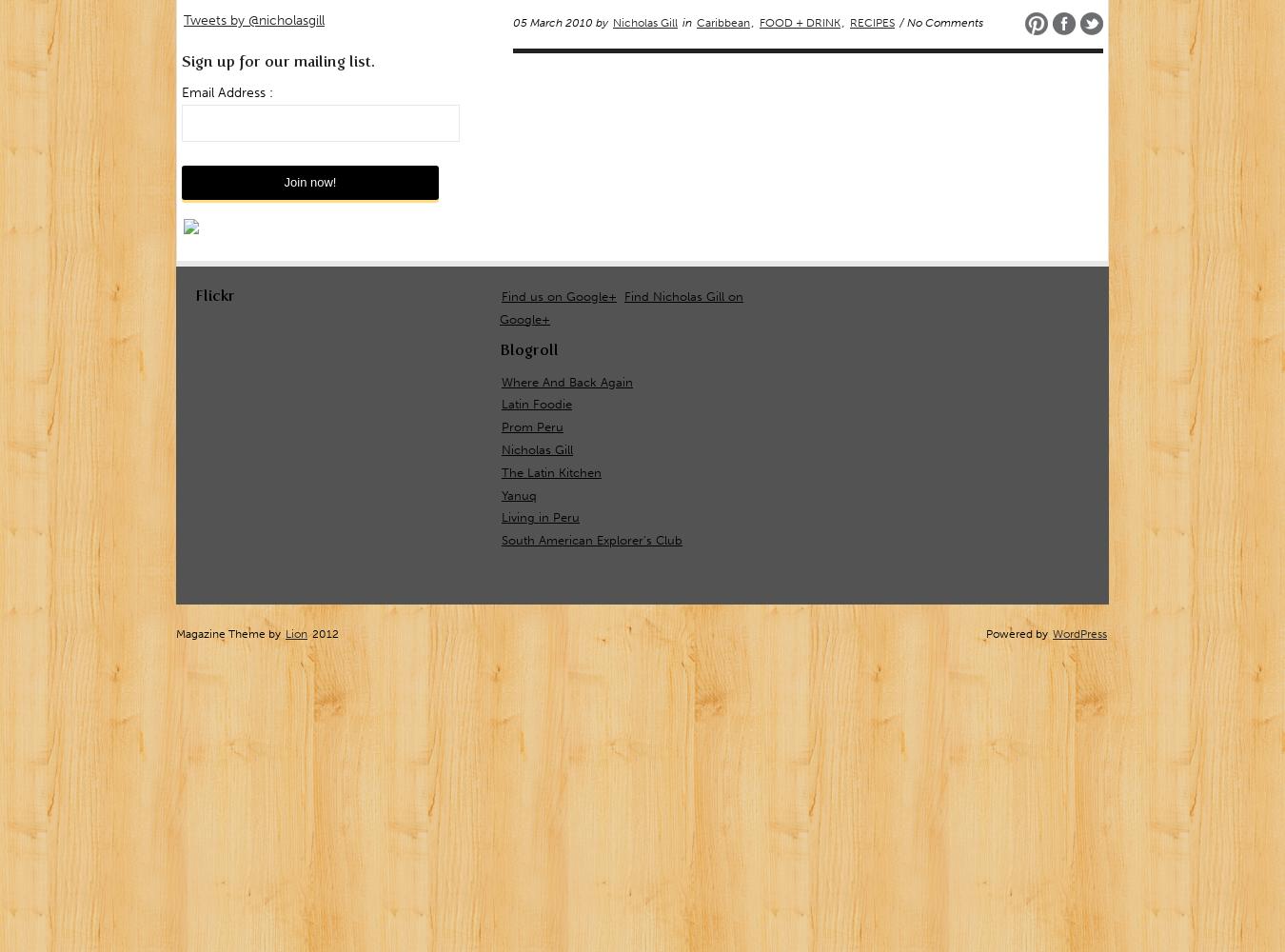 Image resolution: width=1285 pixels, height=952 pixels. Describe the element at coordinates (621, 306) in the screenshot. I see `'Find Nicholas Gill on Google+'` at that location.